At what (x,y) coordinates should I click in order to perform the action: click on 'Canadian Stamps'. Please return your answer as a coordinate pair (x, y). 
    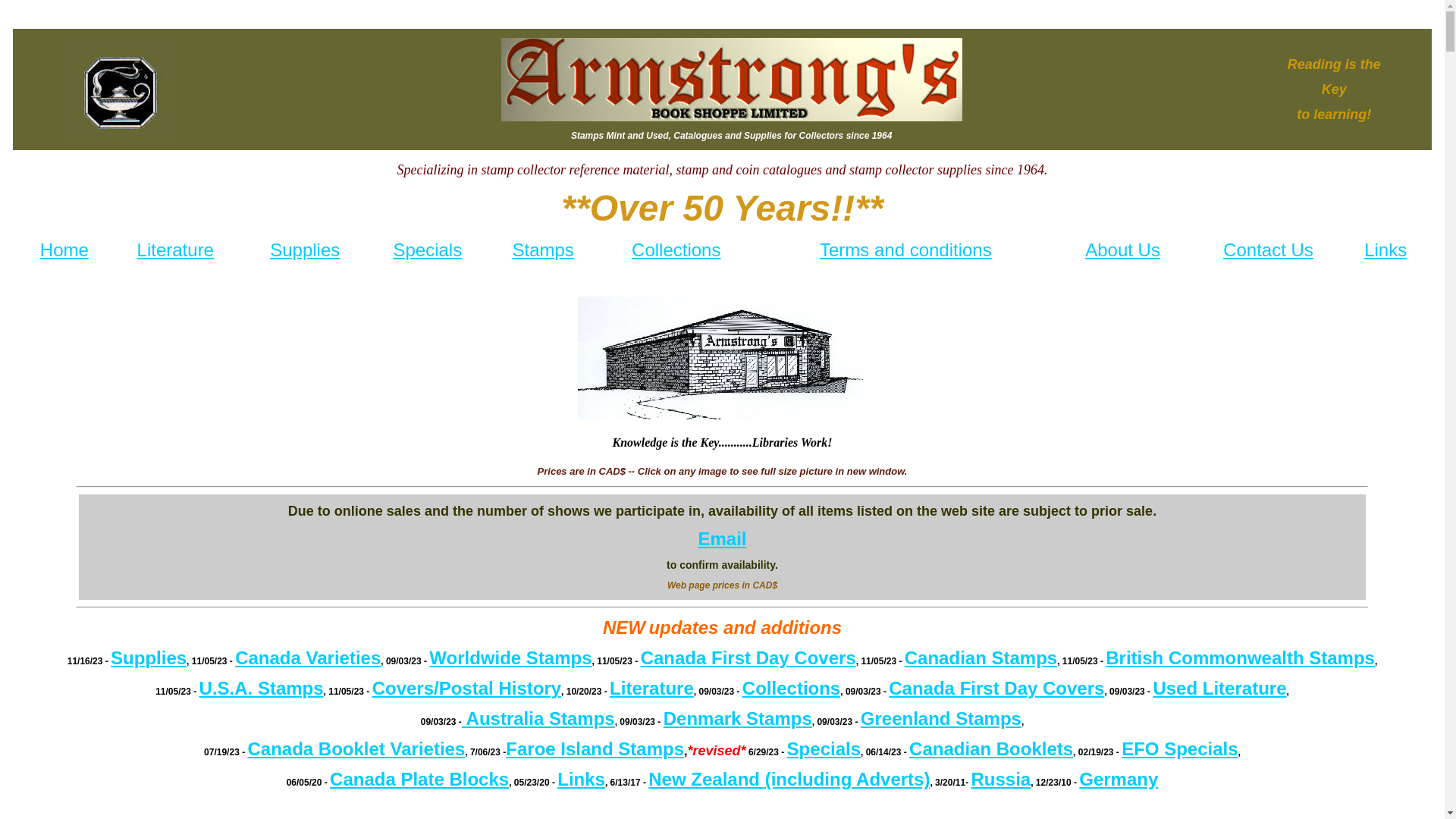
    Looking at the image, I should click on (981, 657).